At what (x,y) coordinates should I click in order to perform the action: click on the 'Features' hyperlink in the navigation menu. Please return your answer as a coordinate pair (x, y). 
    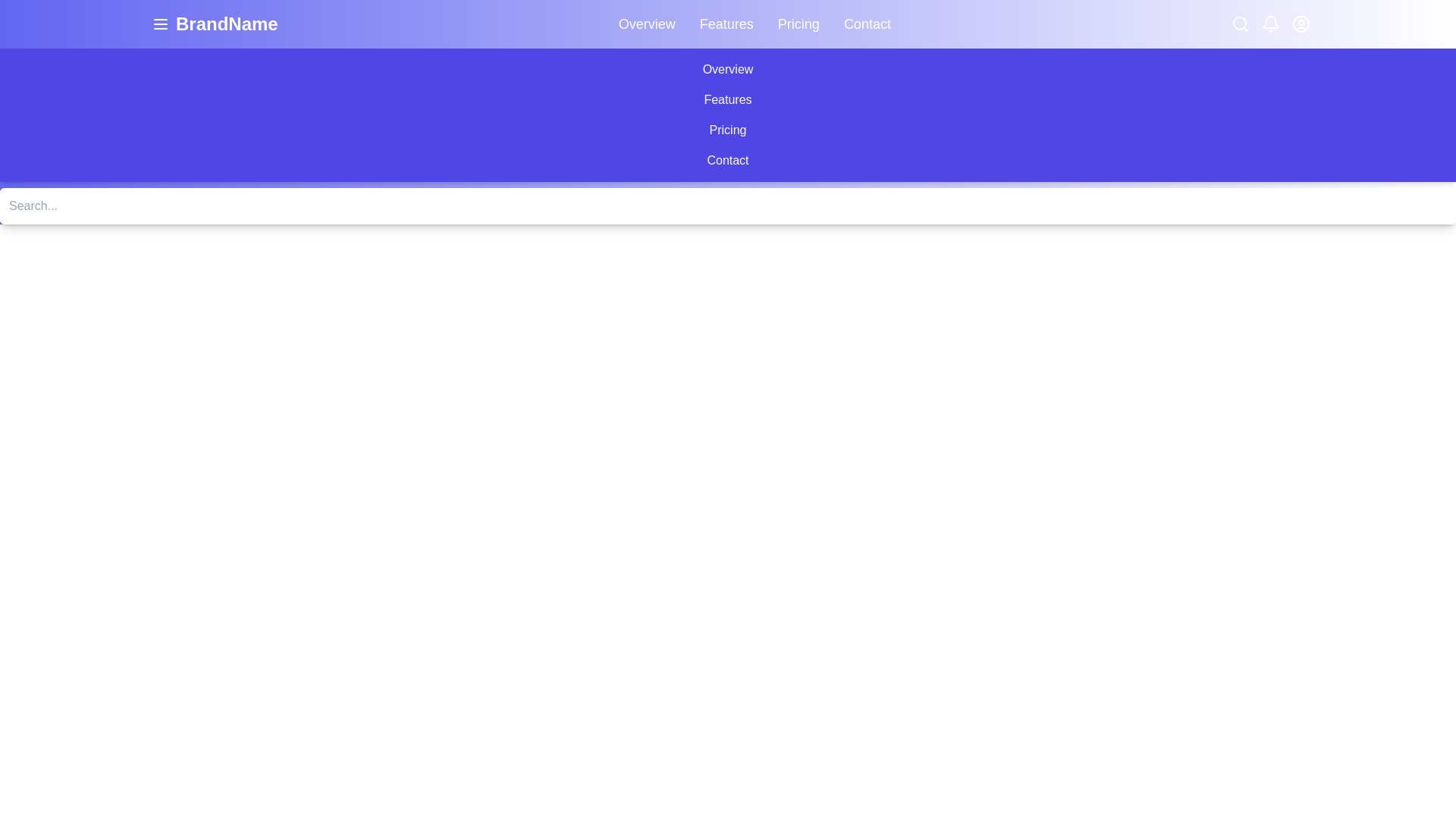
    Looking at the image, I should click on (726, 24).